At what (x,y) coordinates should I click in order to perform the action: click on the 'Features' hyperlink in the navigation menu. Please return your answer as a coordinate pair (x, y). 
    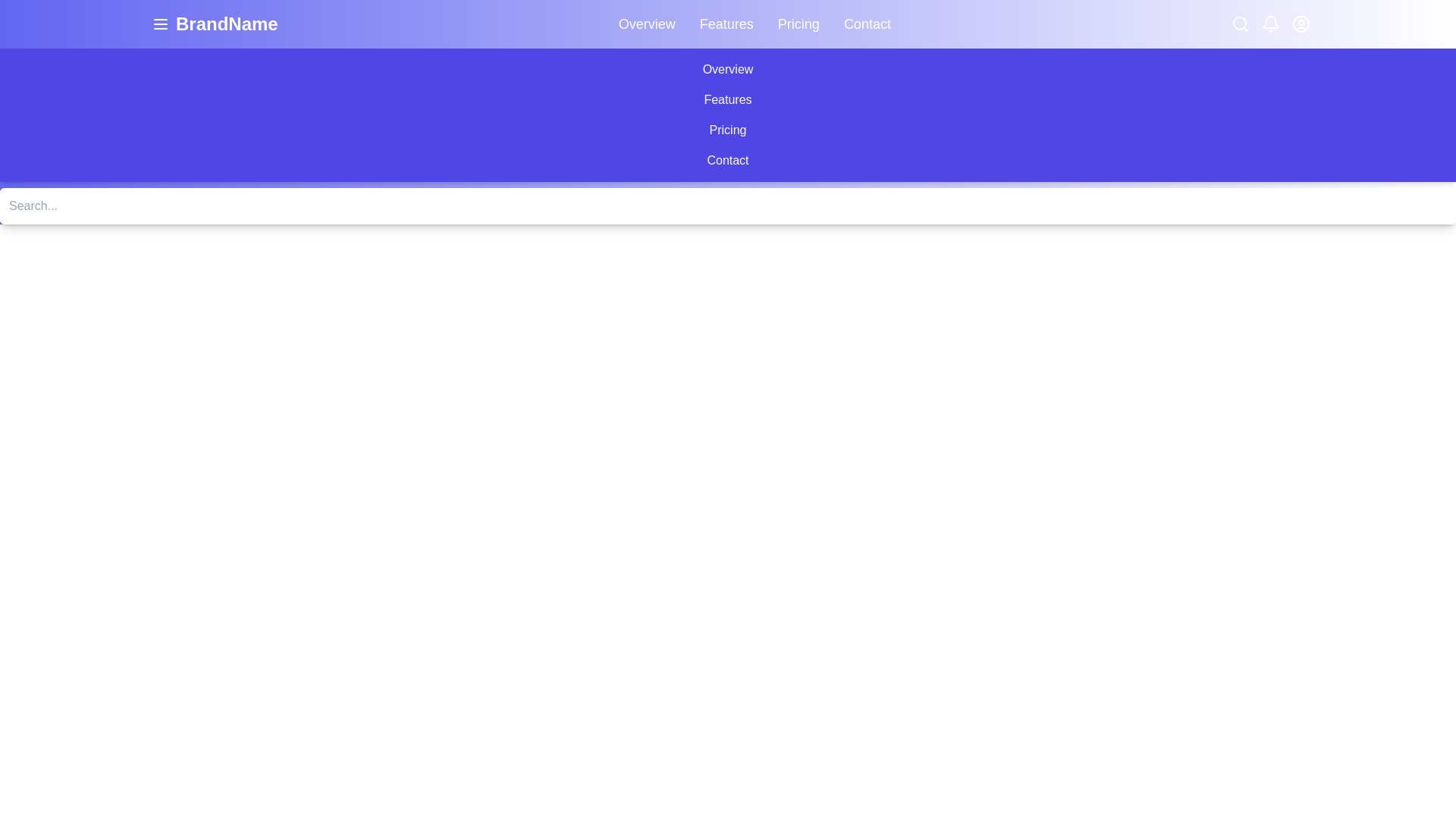
    Looking at the image, I should click on (726, 24).